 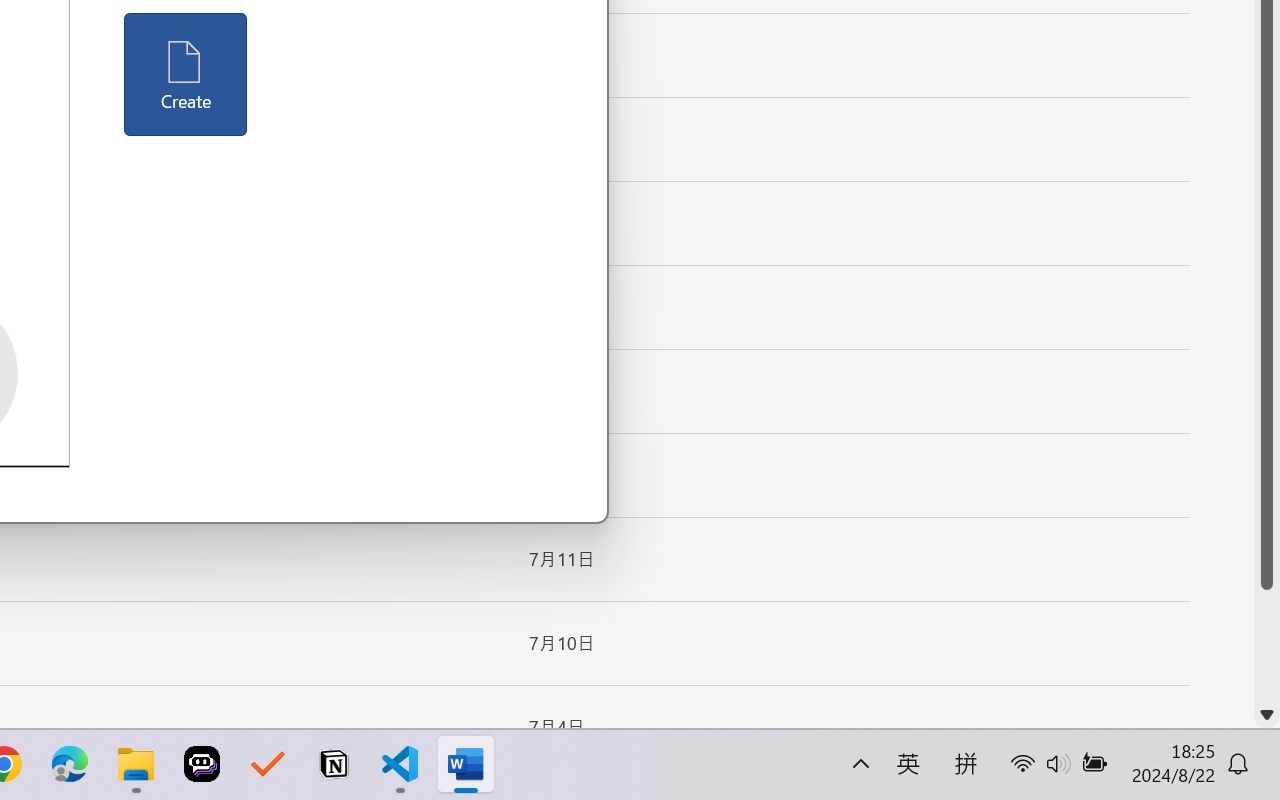 I want to click on 'Line down', so click(x=1266, y=714).